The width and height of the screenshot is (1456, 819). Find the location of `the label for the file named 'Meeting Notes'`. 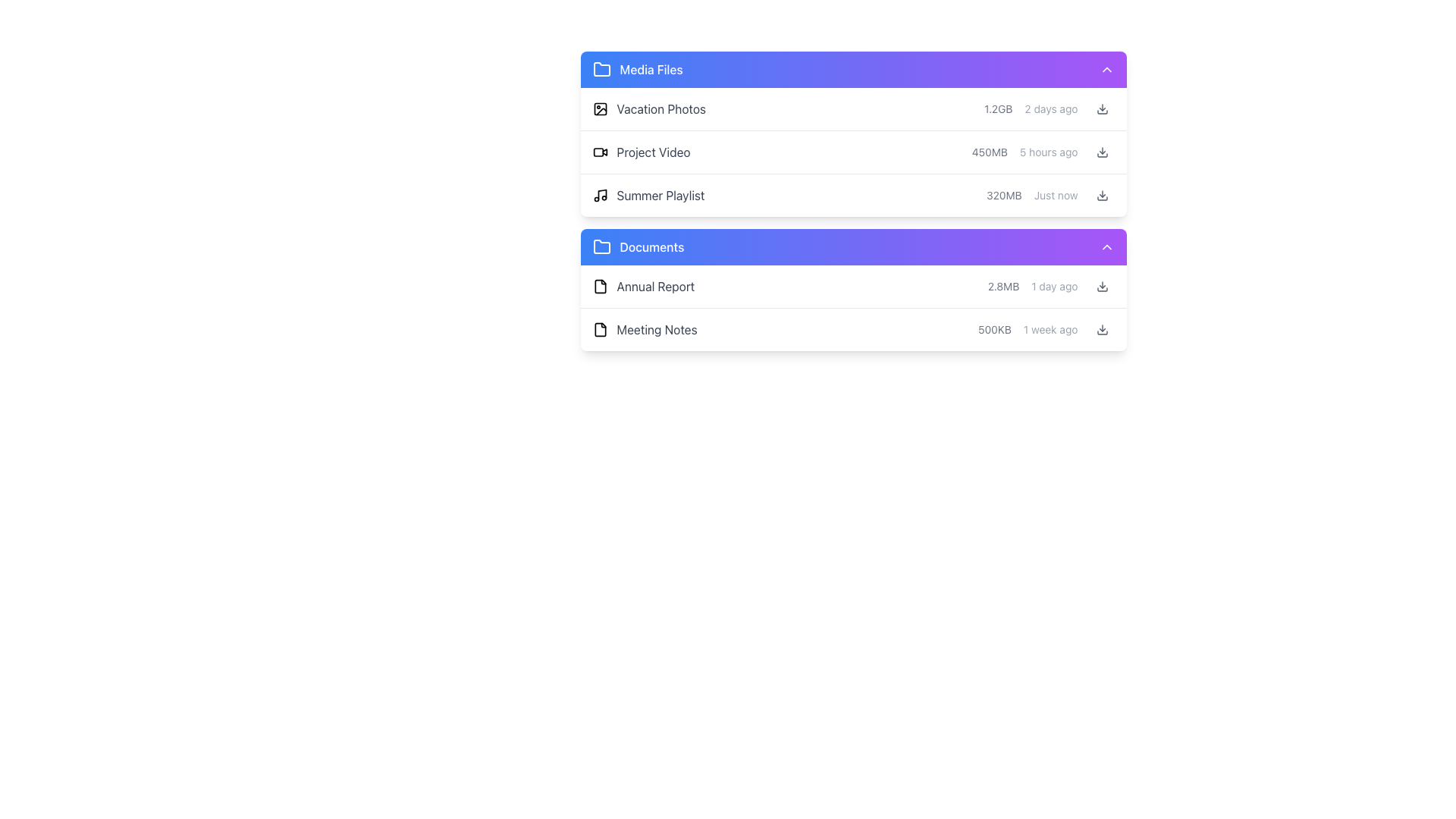

the label for the file named 'Meeting Notes' is located at coordinates (645, 329).